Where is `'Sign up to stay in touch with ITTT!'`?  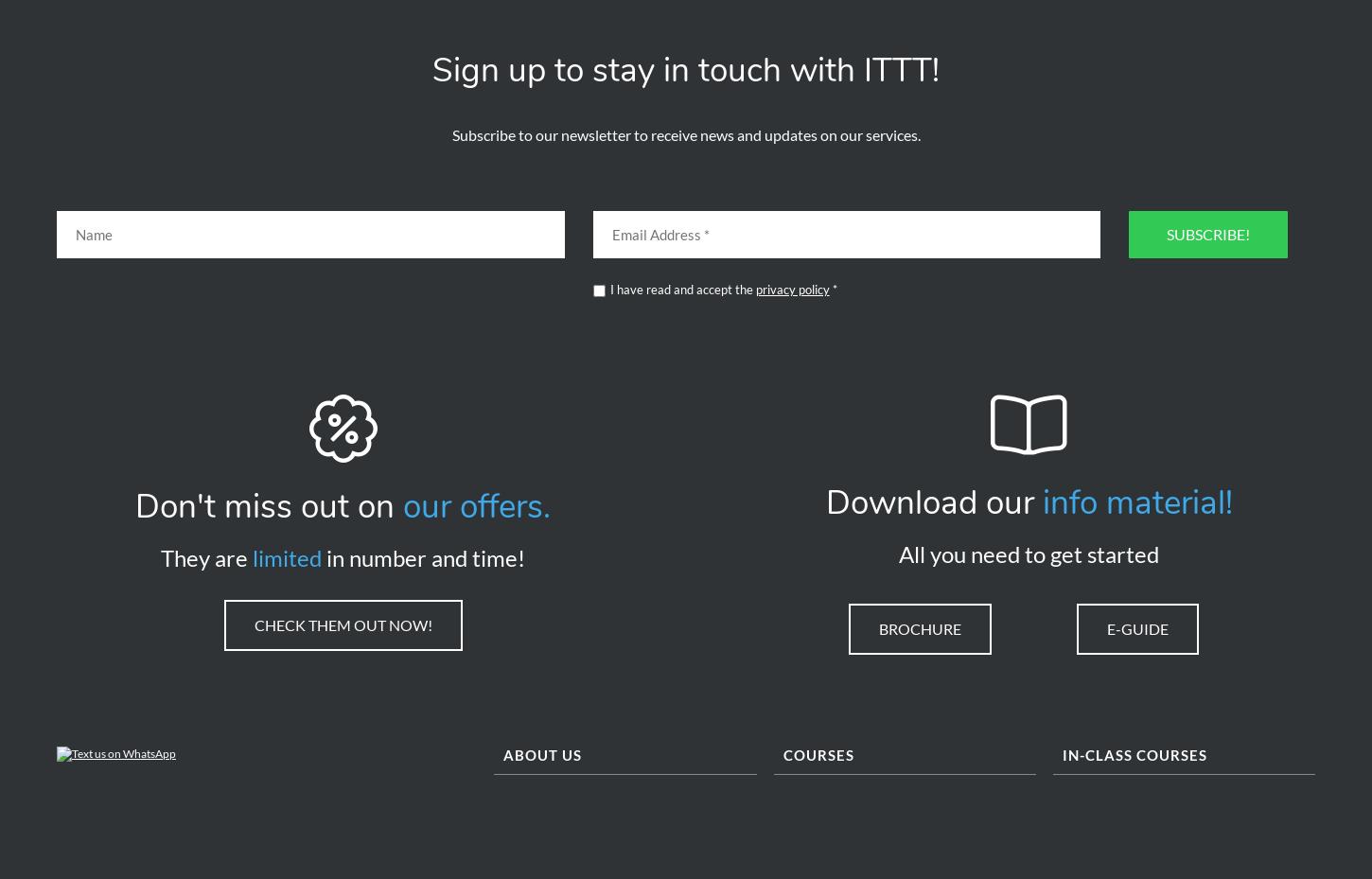
'Sign up to stay in touch with ITTT!' is located at coordinates (431, 77).